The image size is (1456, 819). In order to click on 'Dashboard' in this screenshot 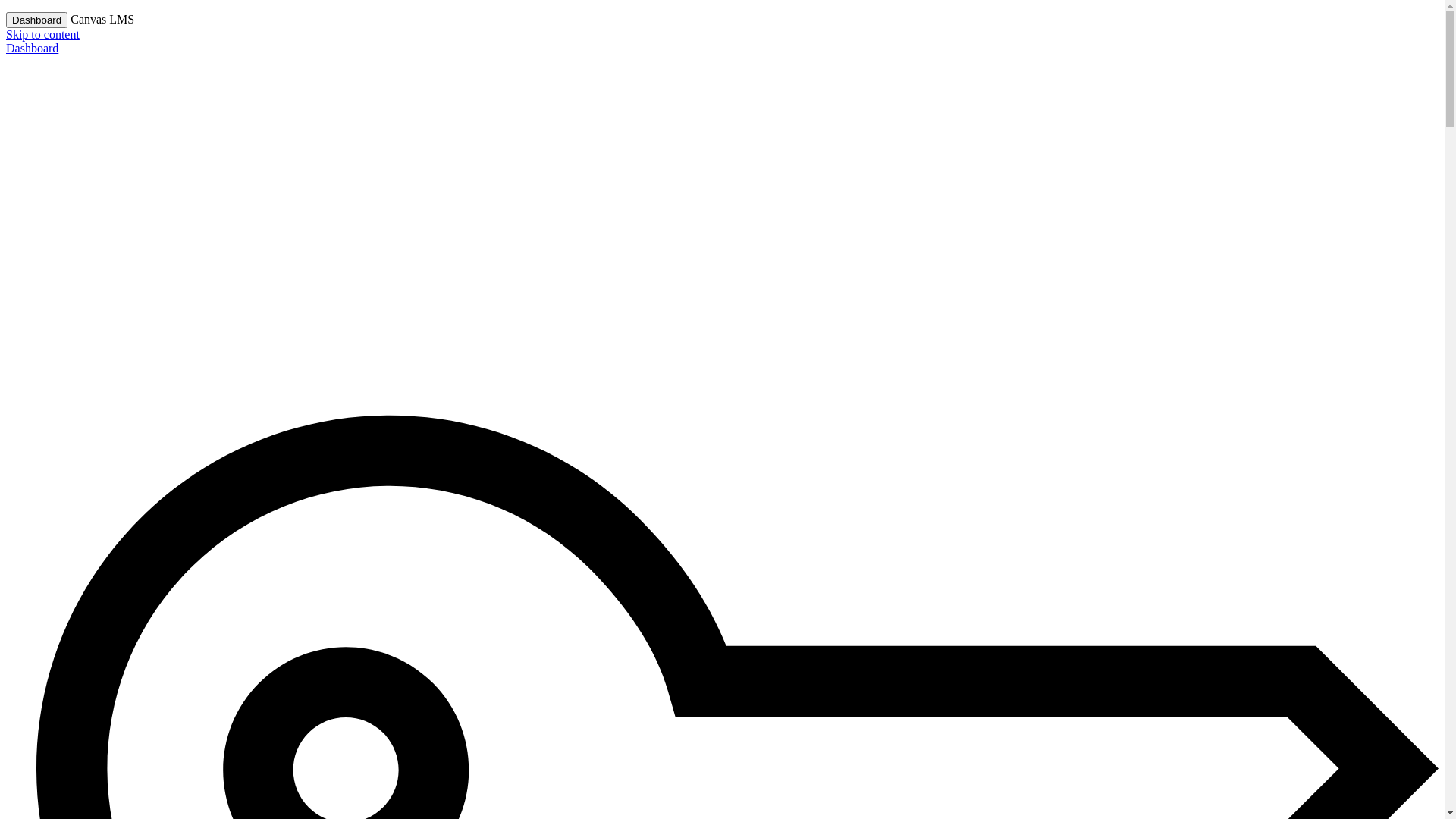, I will do `click(32, 47)`.